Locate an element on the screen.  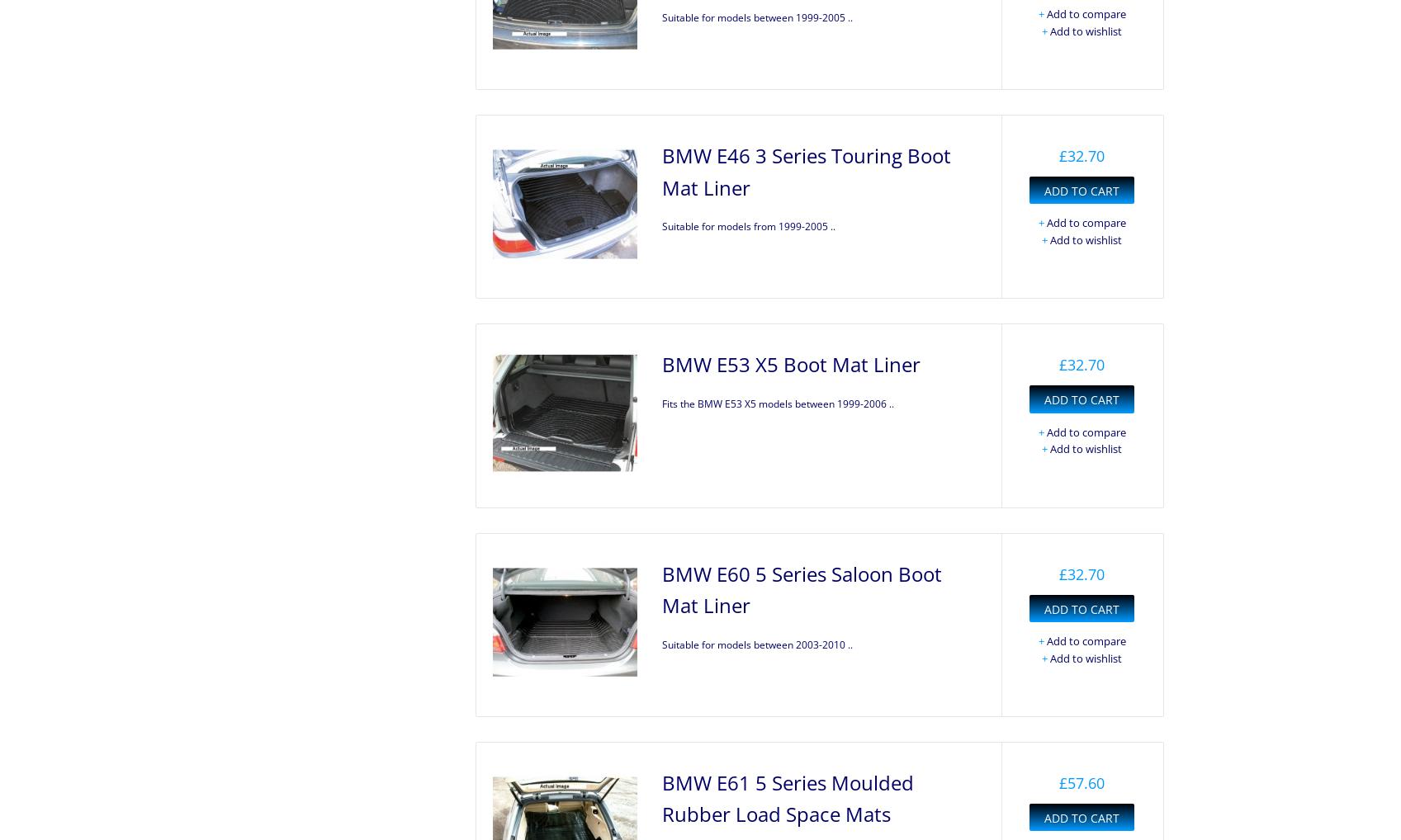
'Suitable for models from 1999-2005
..' is located at coordinates (748, 225).